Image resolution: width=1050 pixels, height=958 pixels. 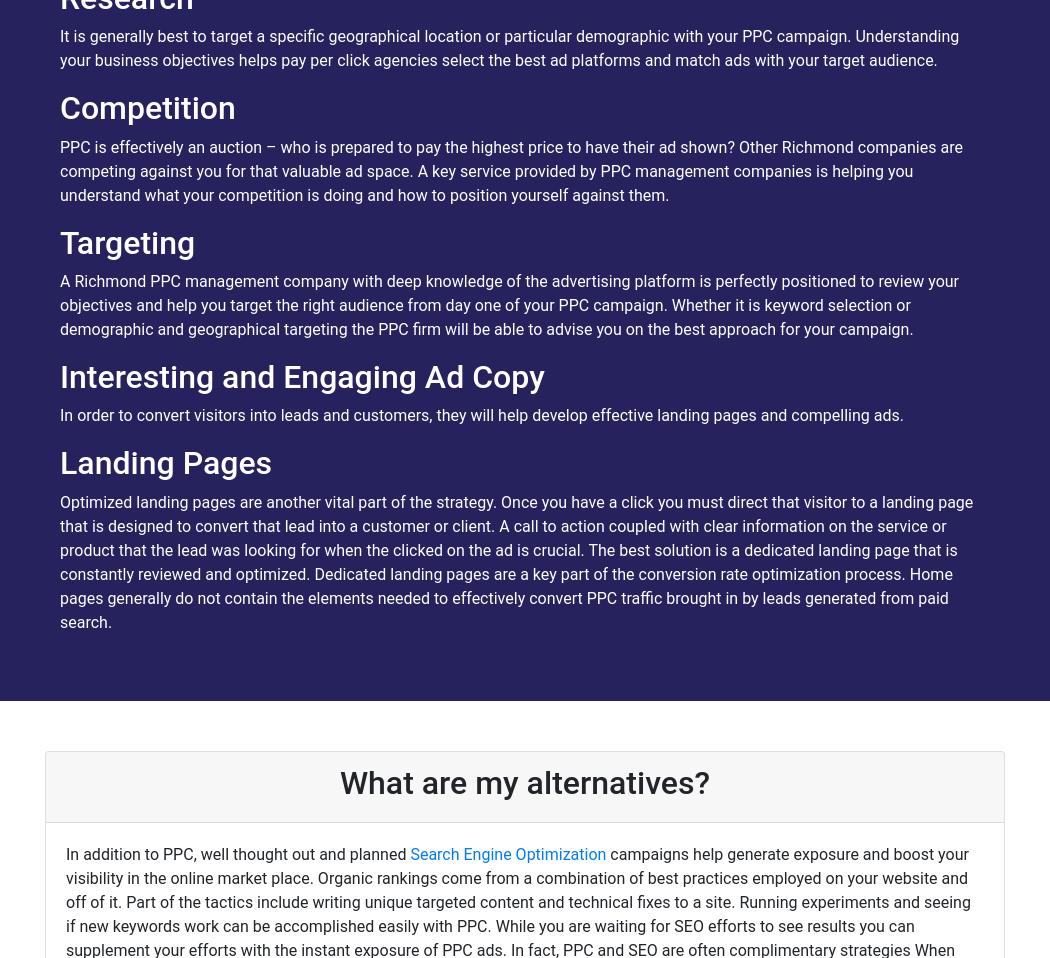 I want to click on 'Interesting and Engaging Ad Copy', so click(x=58, y=375).